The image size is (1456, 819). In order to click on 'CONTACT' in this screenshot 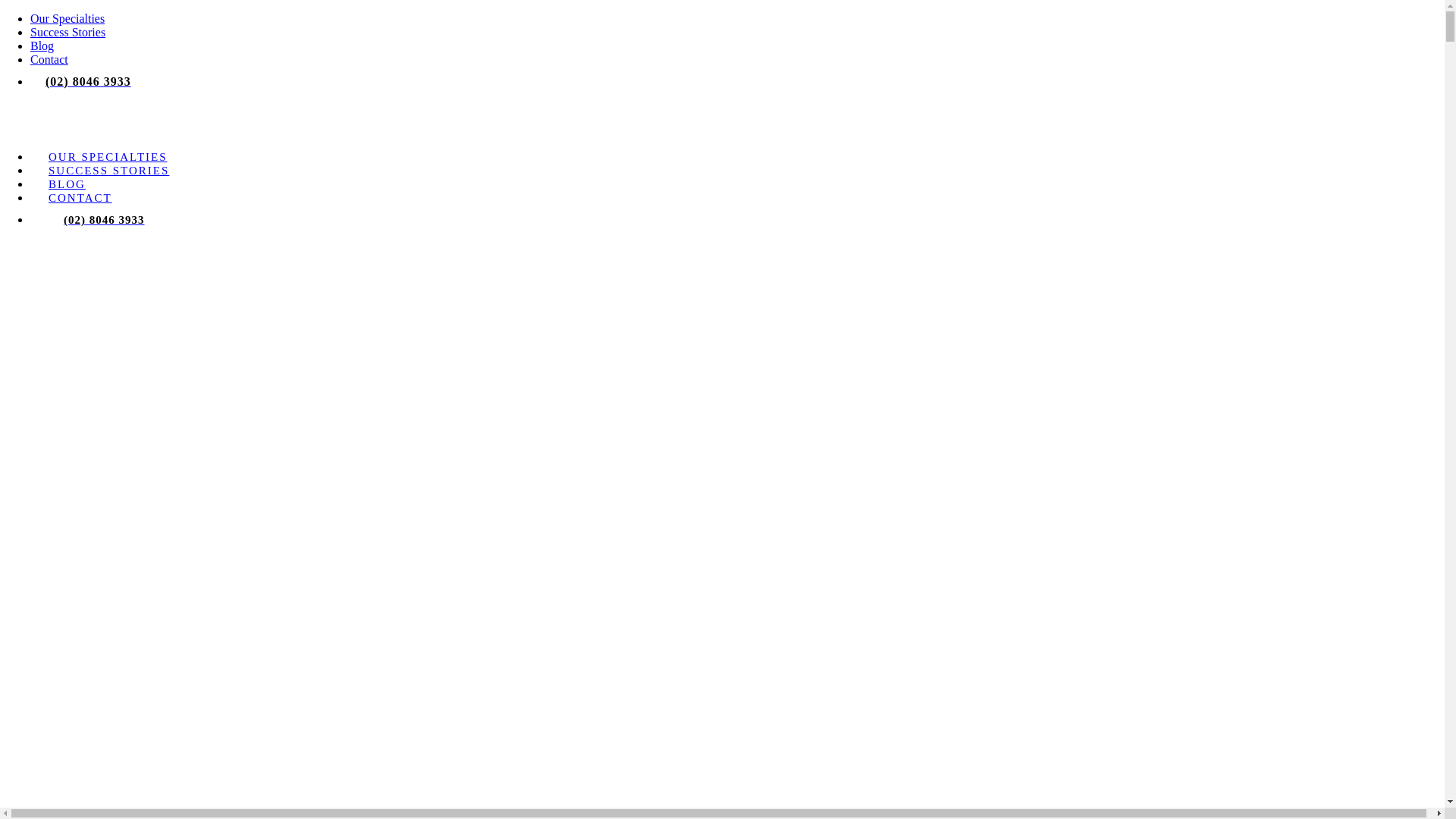, I will do `click(79, 197)`.